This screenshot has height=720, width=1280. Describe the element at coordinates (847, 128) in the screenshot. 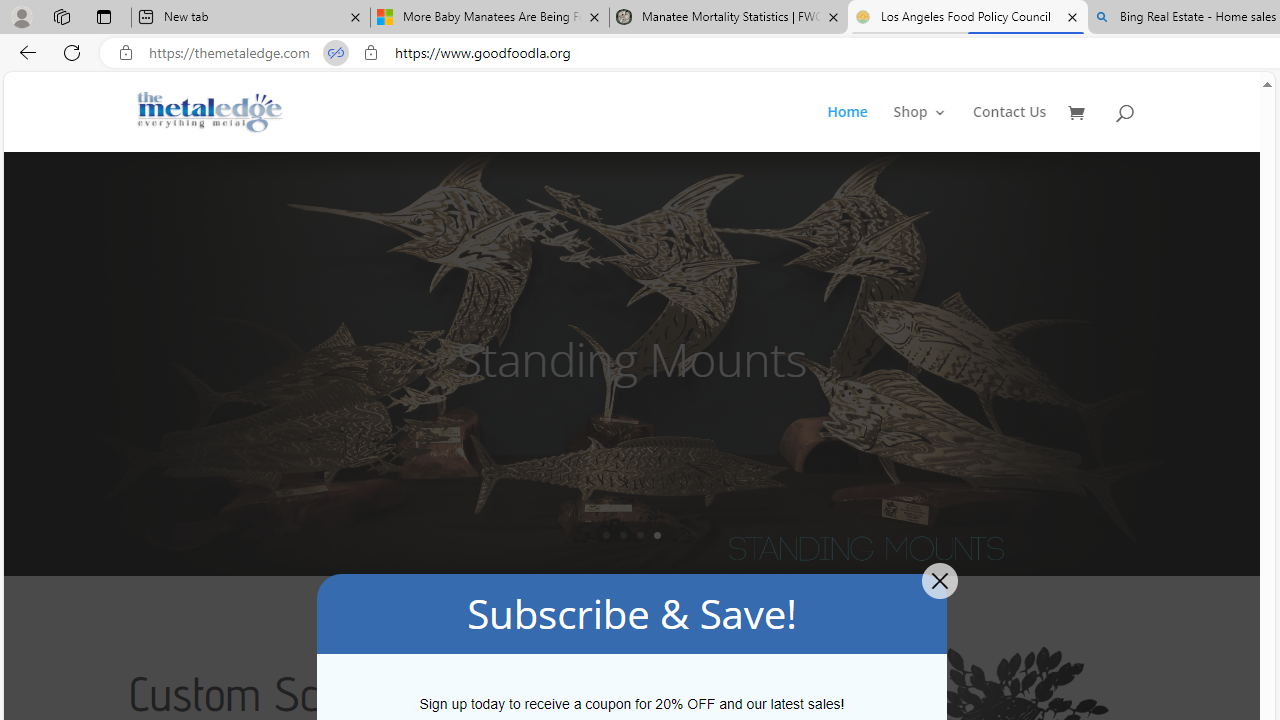

I see `'Home'` at that location.